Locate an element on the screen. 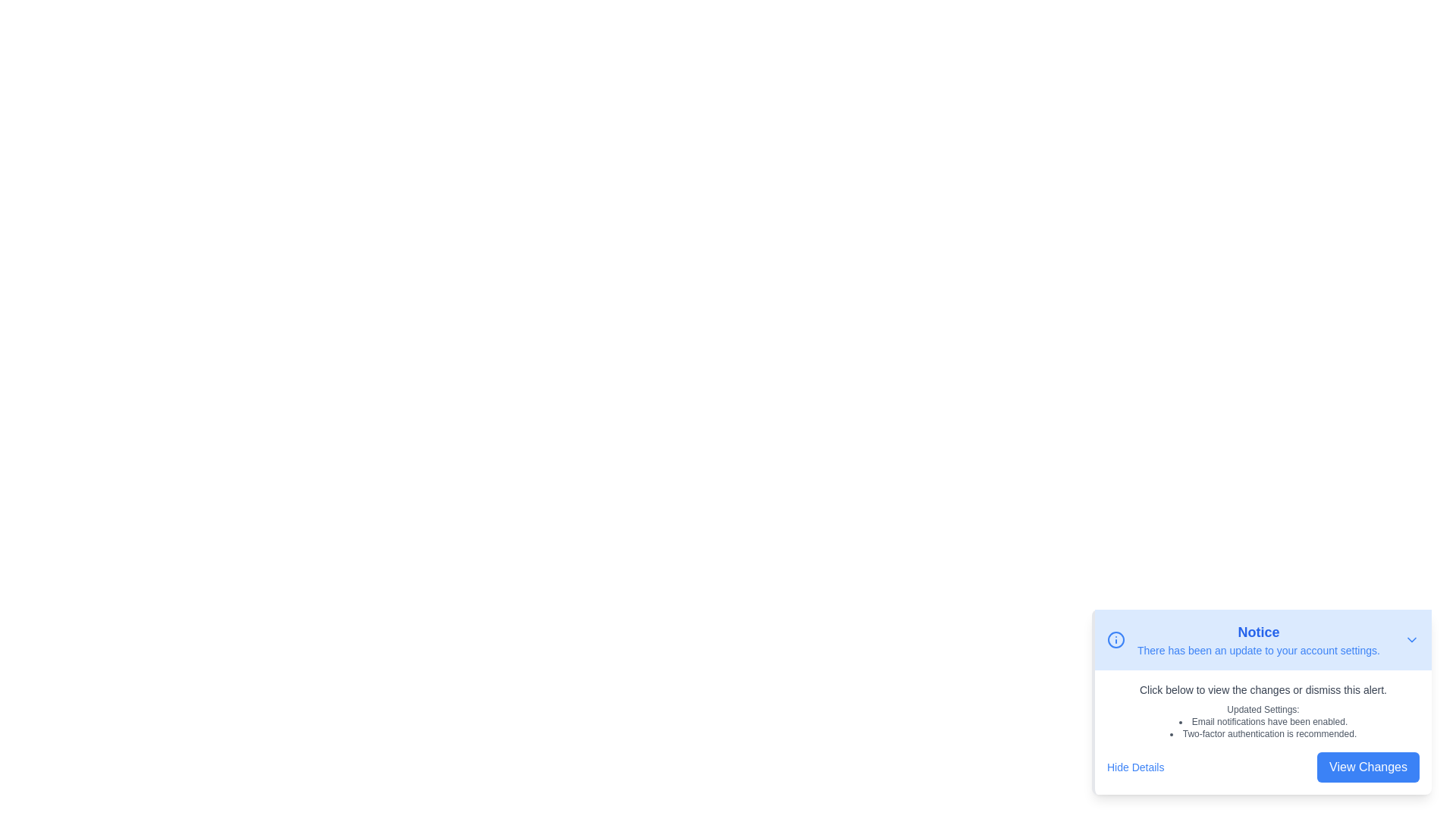 This screenshot has width=1456, height=819. the second bullet point in the context box that recommends enabling two-factor authentication is located at coordinates (1263, 733).